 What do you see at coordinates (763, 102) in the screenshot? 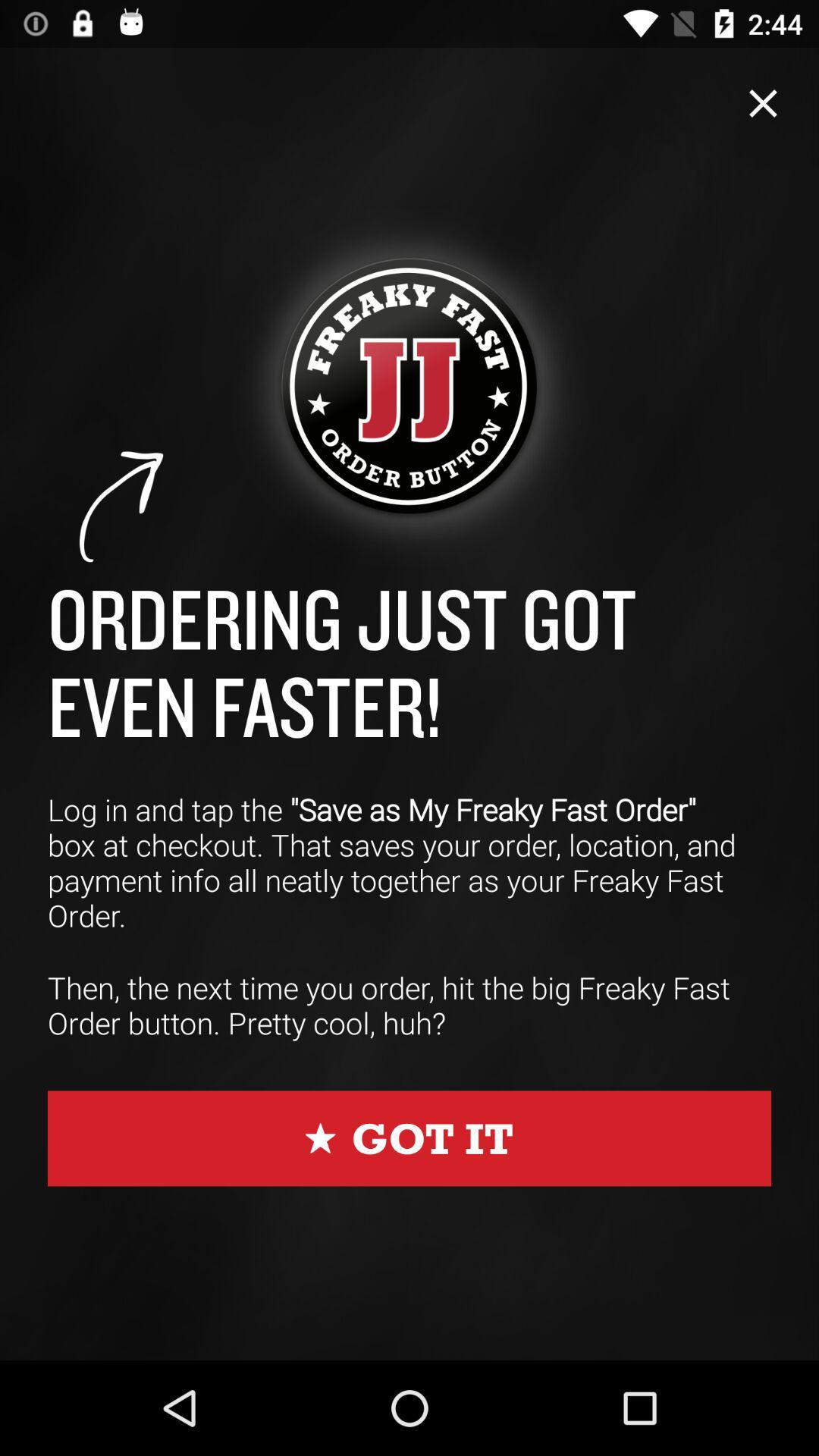
I see `the close icon` at bounding box center [763, 102].